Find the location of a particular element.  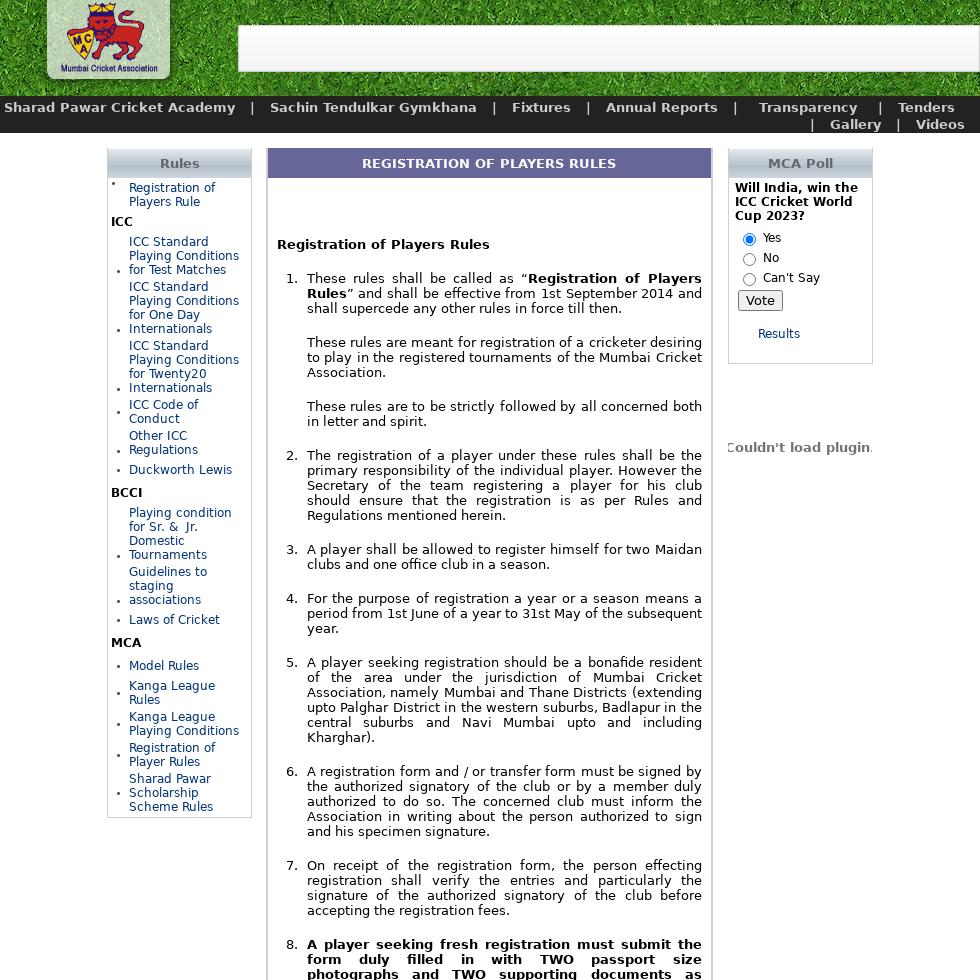

'MCA Poll' is located at coordinates (800, 162).